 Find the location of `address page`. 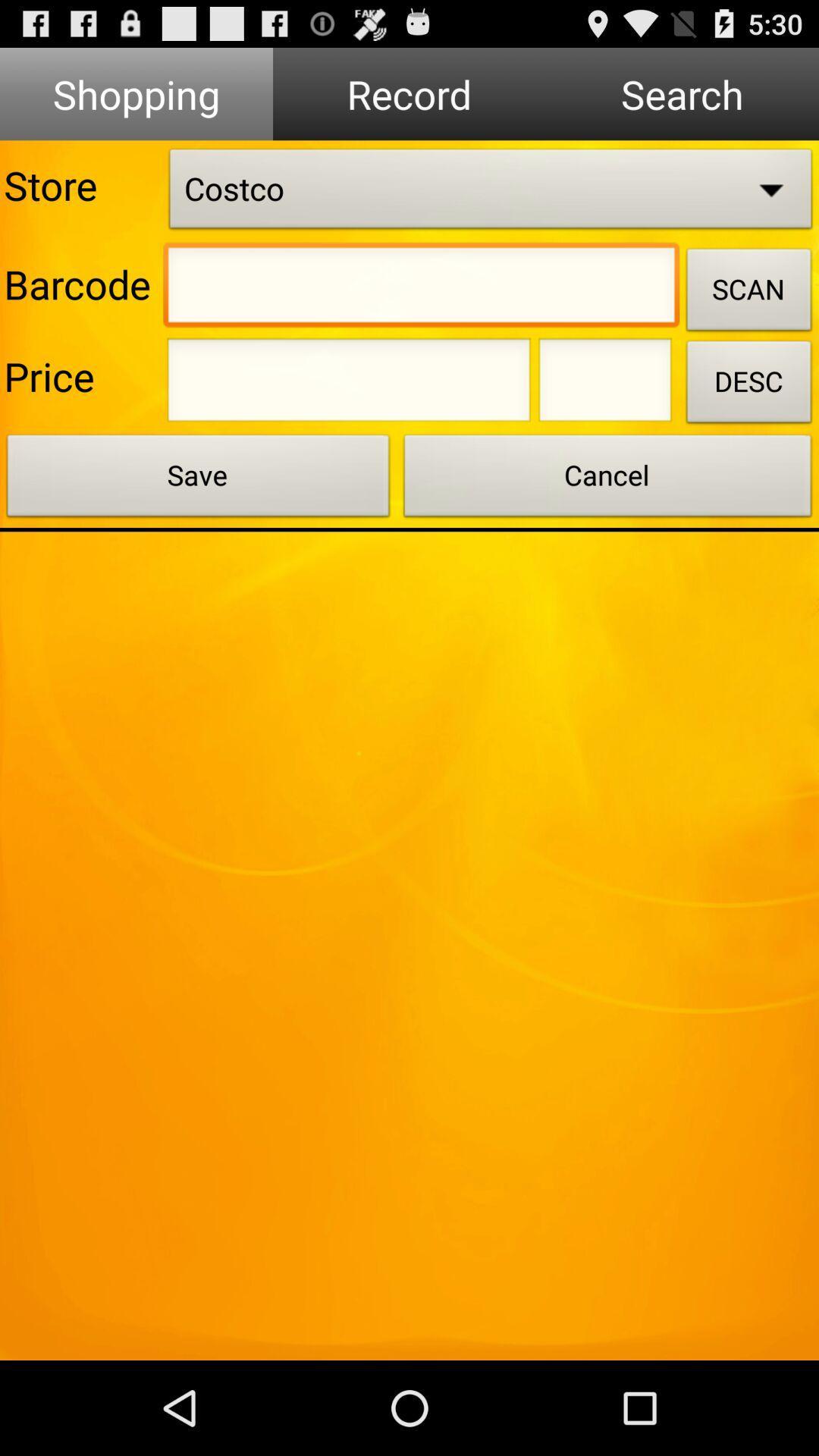

address page is located at coordinates (604, 384).